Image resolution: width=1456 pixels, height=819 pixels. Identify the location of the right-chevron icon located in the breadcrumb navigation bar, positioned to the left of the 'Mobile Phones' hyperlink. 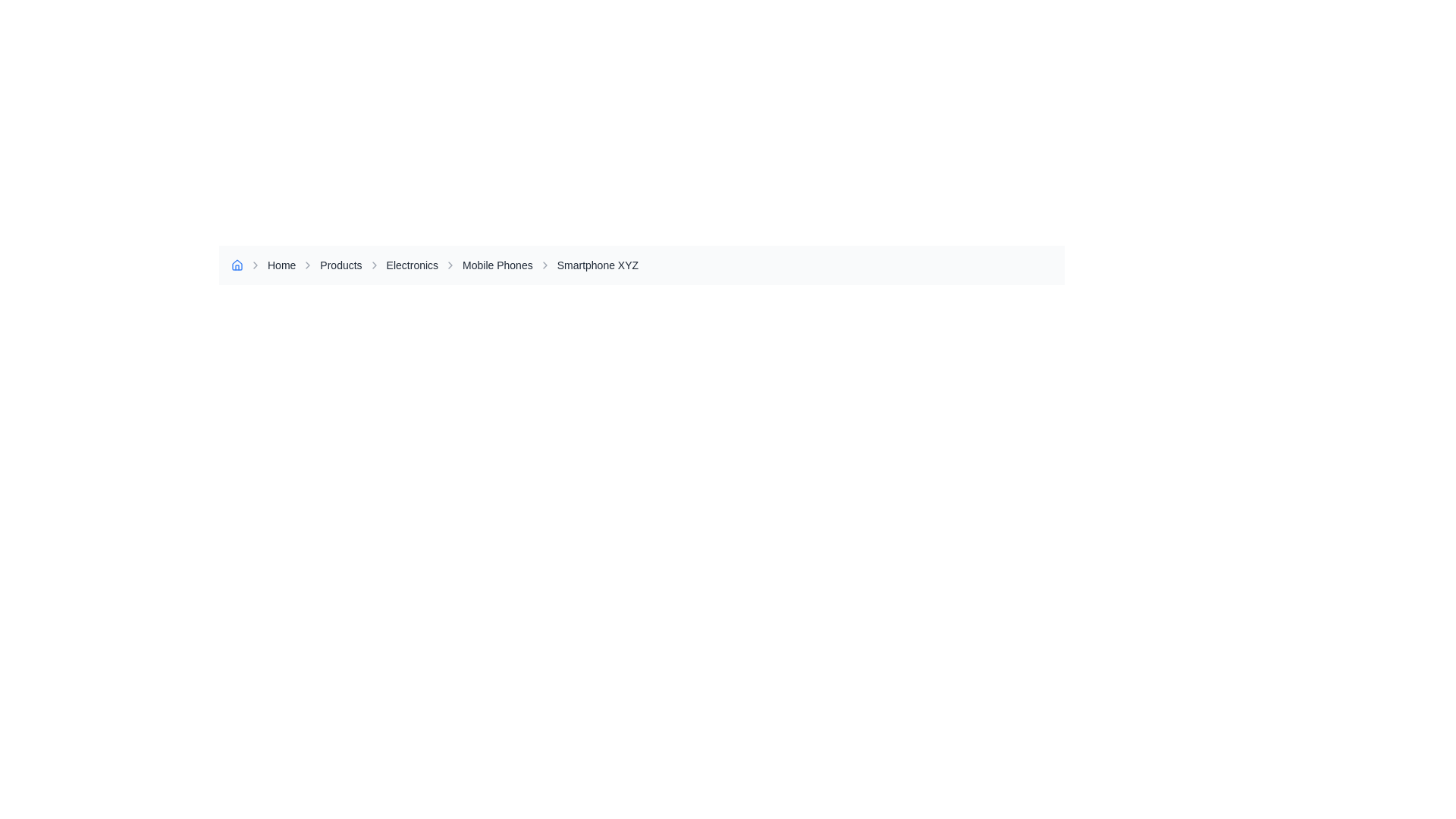
(450, 265).